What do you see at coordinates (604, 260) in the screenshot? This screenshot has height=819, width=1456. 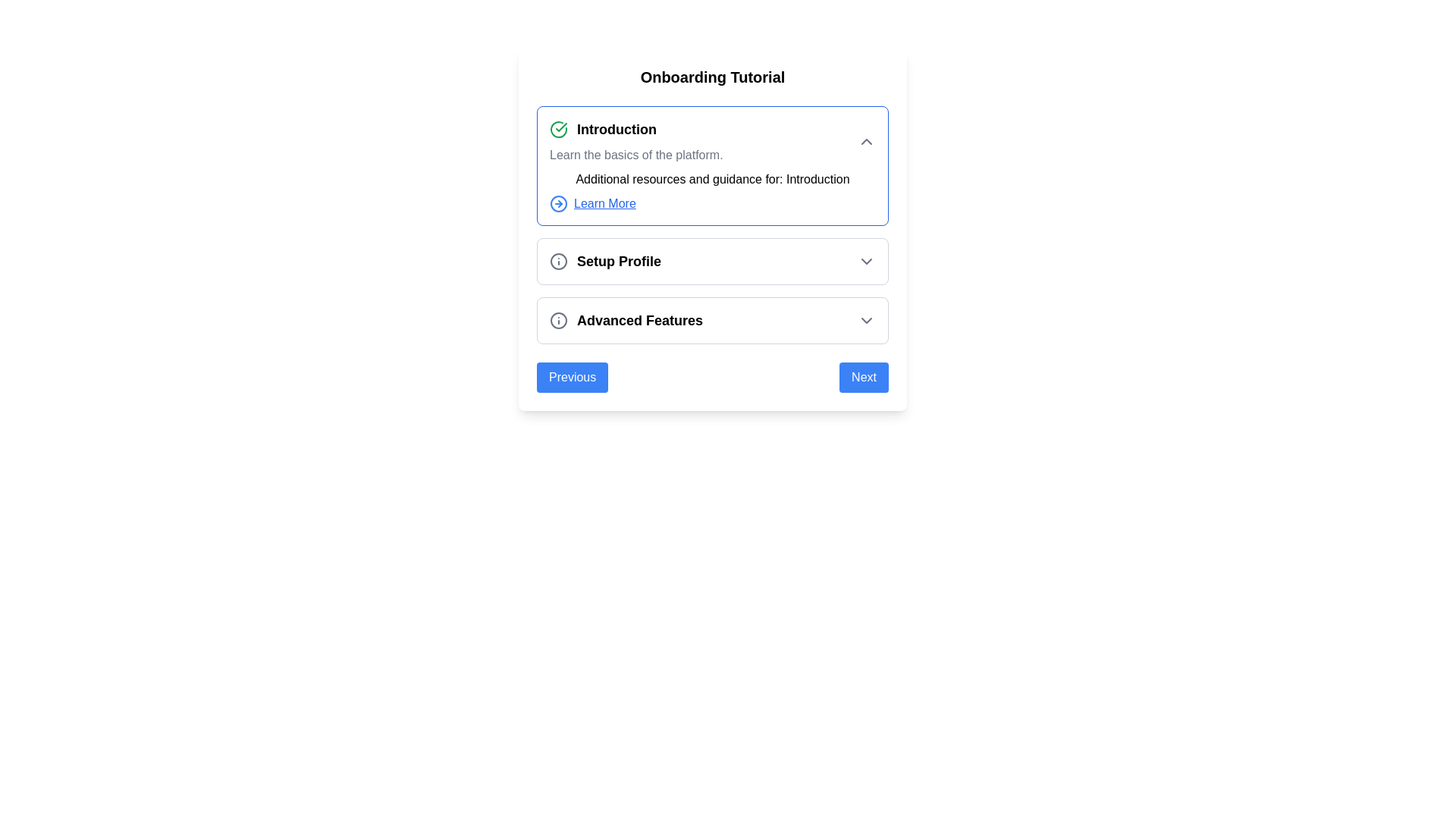 I see `the 'Setup Profile' text and icon combination element located in the onboarding tutorial interface, positioned within the second section of the UI card` at bounding box center [604, 260].